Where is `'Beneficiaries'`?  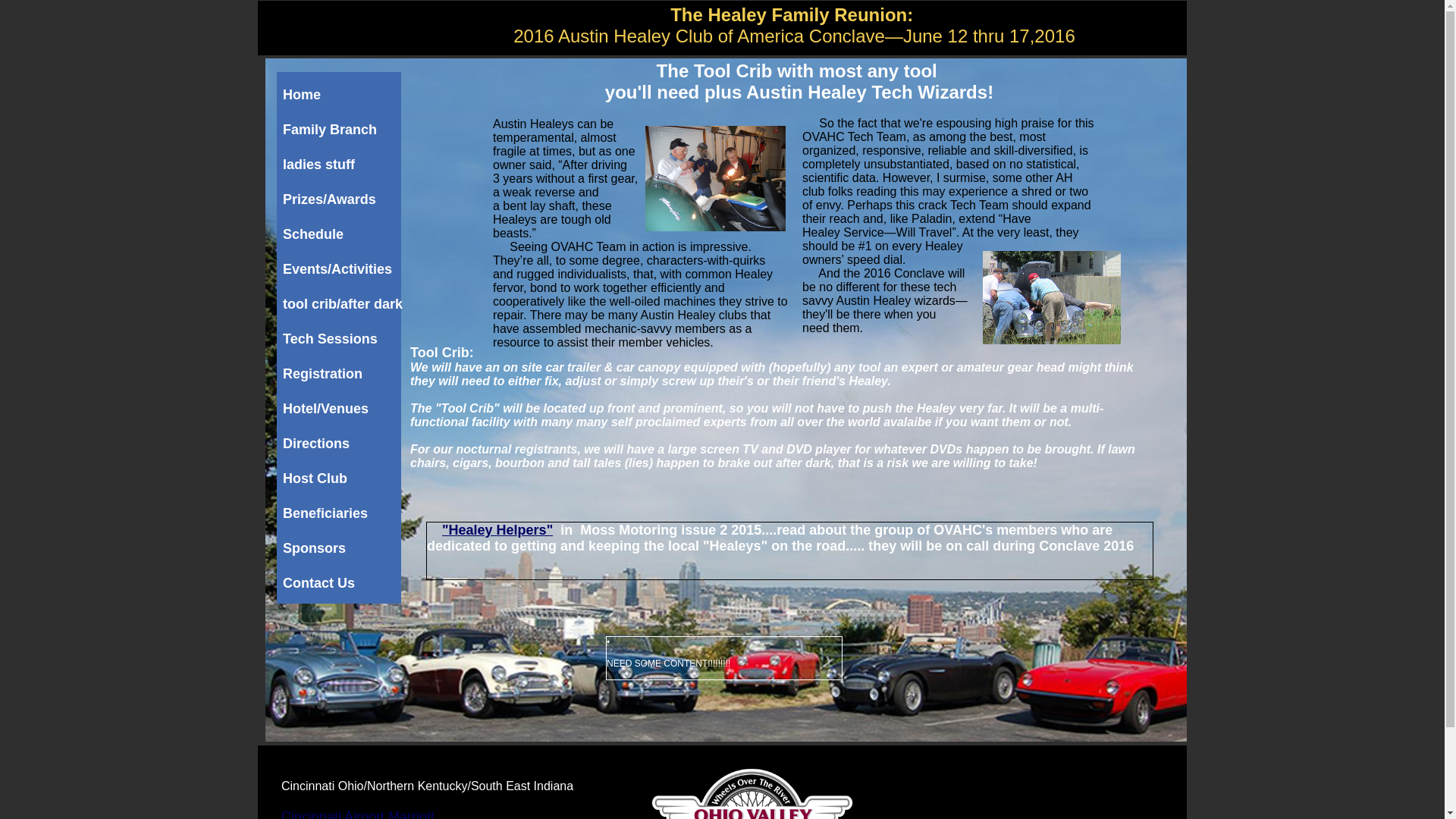
'Beneficiaries' is located at coordinates (341, 513).